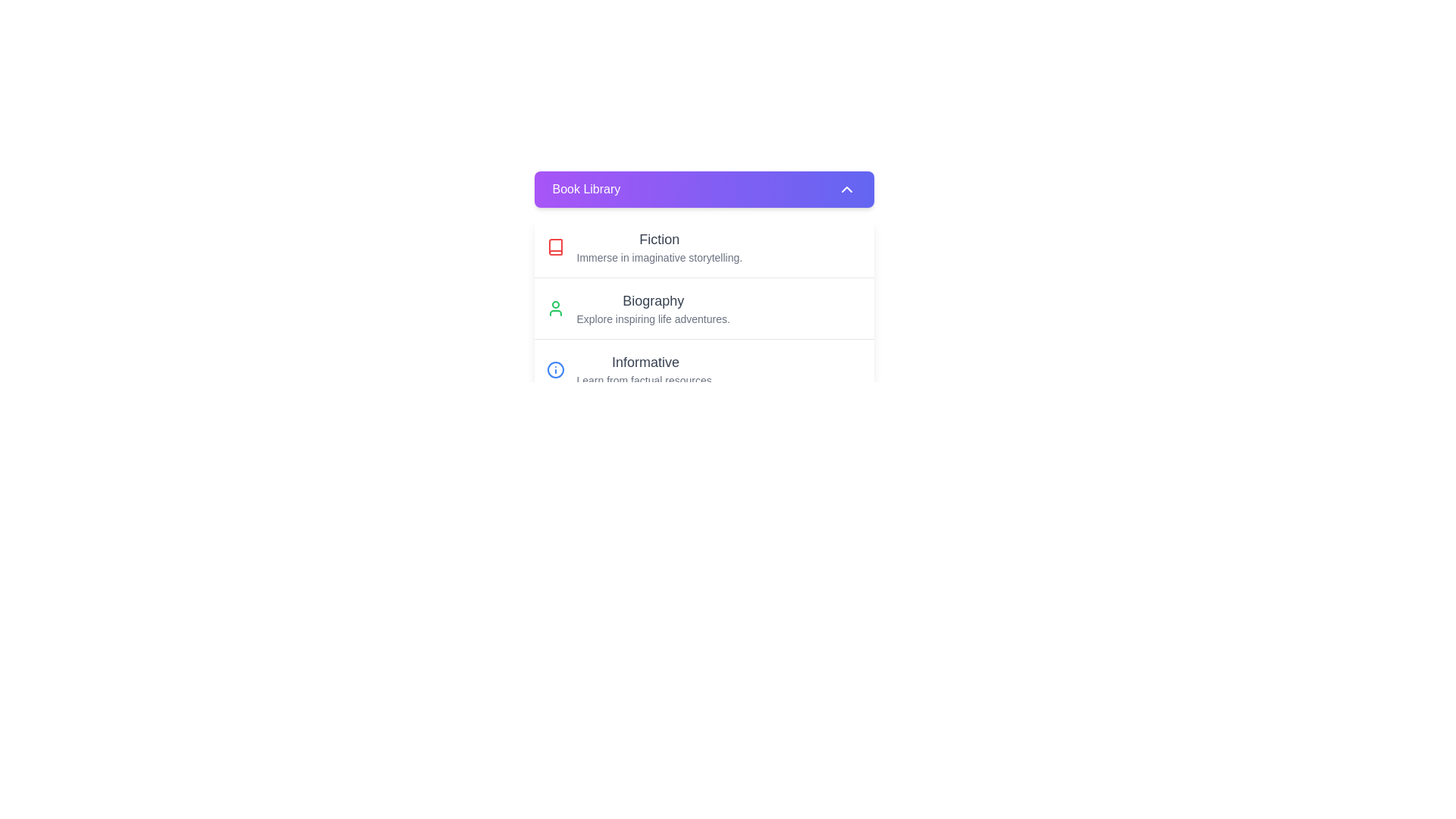 This screenshot has width=1456, height=819. I want to click on text snippet 'Explore inspiring life adventures.' which is styled in light gray and positioned directly below the 'Biography' heading, so click(653, 318).